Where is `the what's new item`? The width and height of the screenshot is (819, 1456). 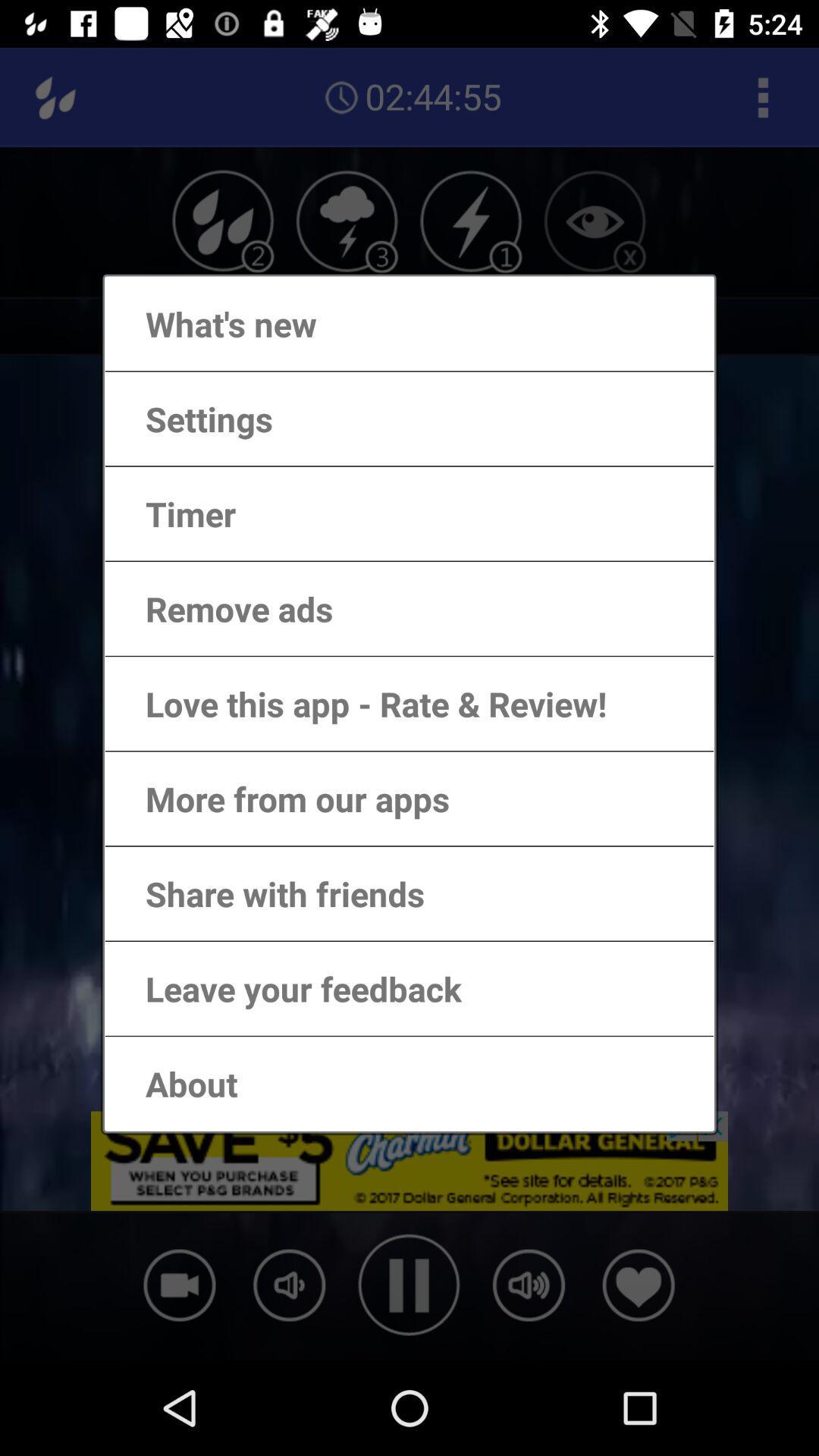
the what's new item is located at coordinates (216, 323).